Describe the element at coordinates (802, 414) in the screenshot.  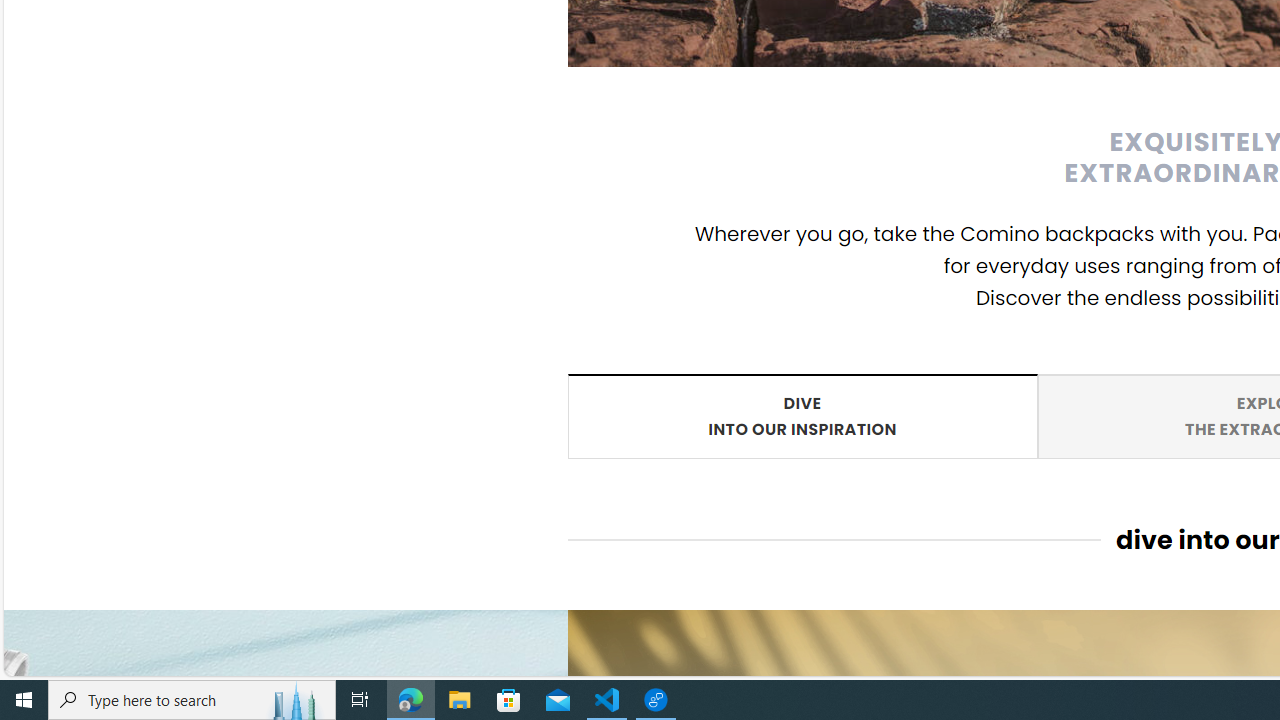
I see `'DIVE INTO OUR INSPIRATION'` at that location.